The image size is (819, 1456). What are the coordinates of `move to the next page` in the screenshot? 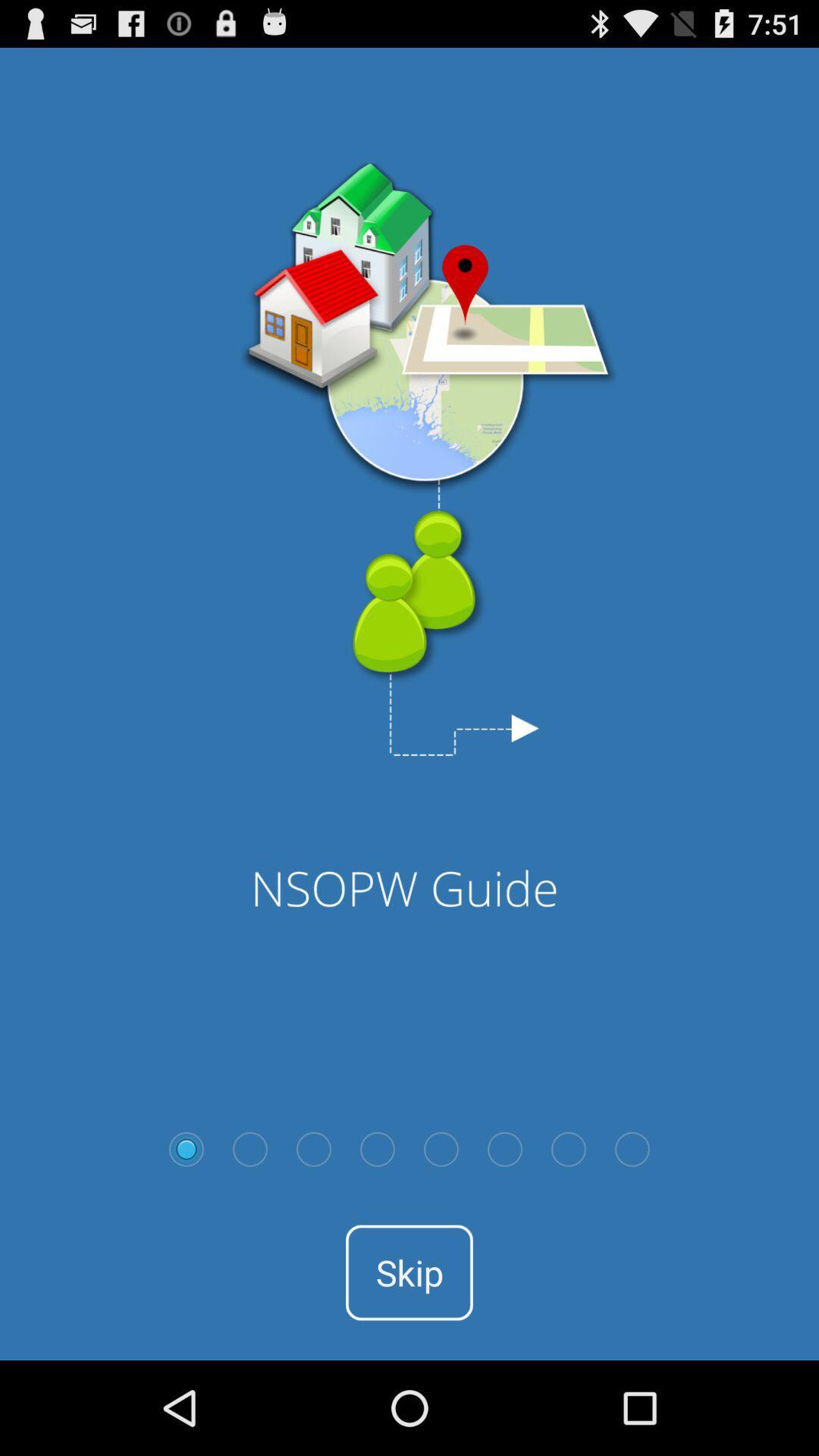 It's located at (249, 1149).